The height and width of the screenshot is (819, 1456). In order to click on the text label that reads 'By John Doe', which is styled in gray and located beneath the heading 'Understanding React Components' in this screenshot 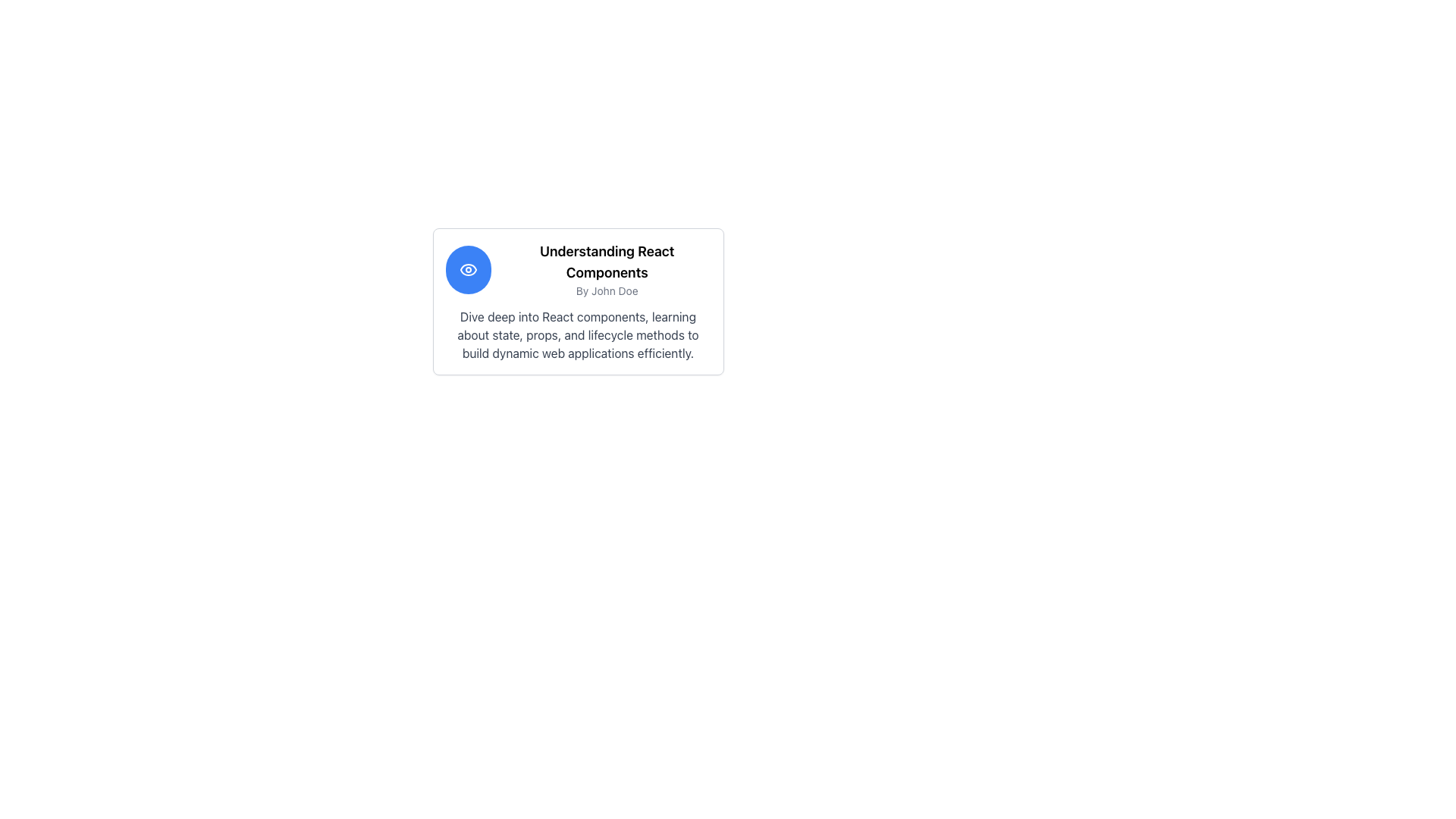, I will do `click(607, 291)`.